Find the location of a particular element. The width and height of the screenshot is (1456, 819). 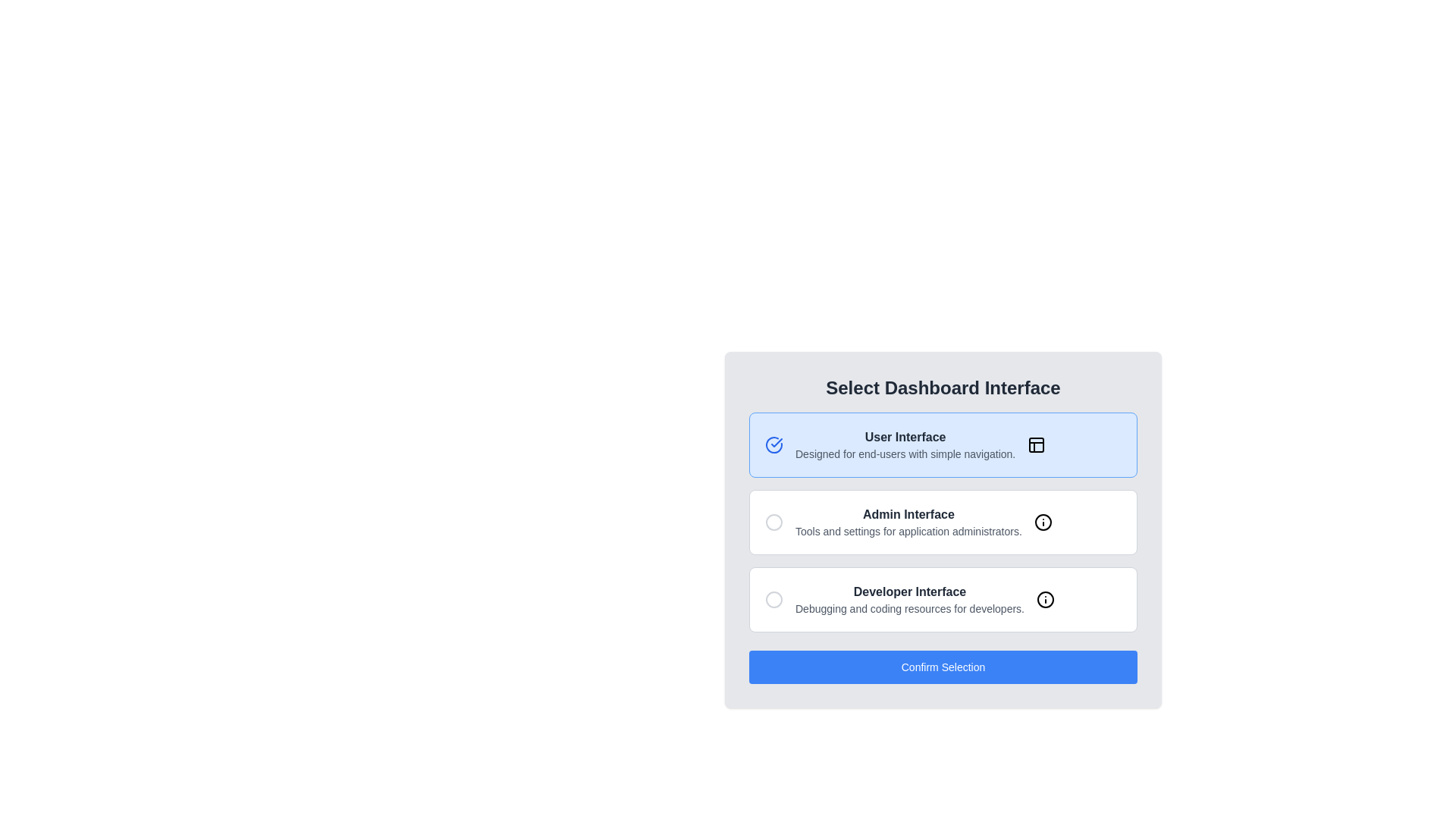

the circular icon with a thin black outline and a centered exclamation mark located to the right of the 'Admin Interface' option in the dashboard is located at coordinates (1042, 522).